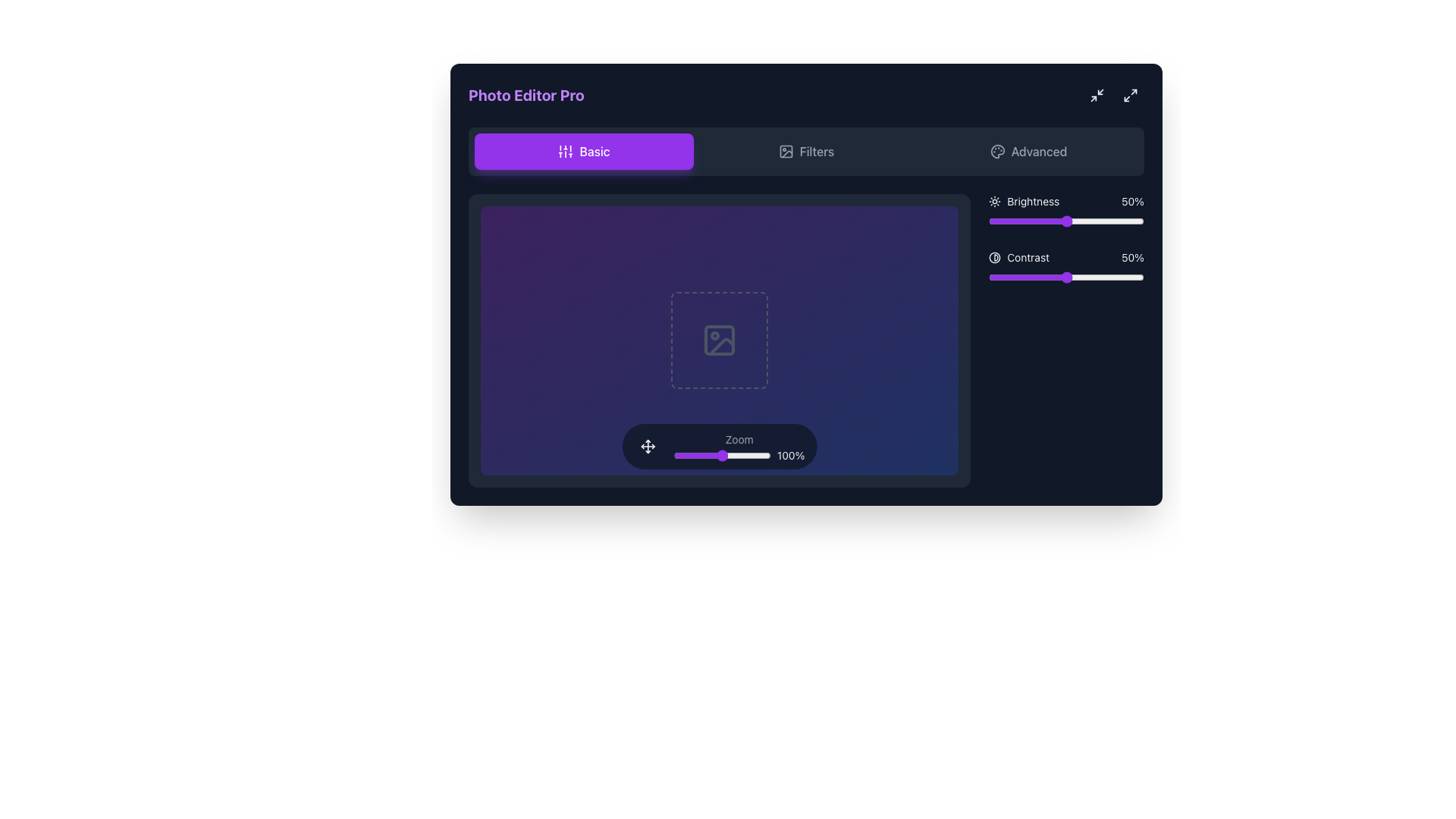 This screenshot has width=1456, height=819. I want to click on the zoom level, so click(692, 454).